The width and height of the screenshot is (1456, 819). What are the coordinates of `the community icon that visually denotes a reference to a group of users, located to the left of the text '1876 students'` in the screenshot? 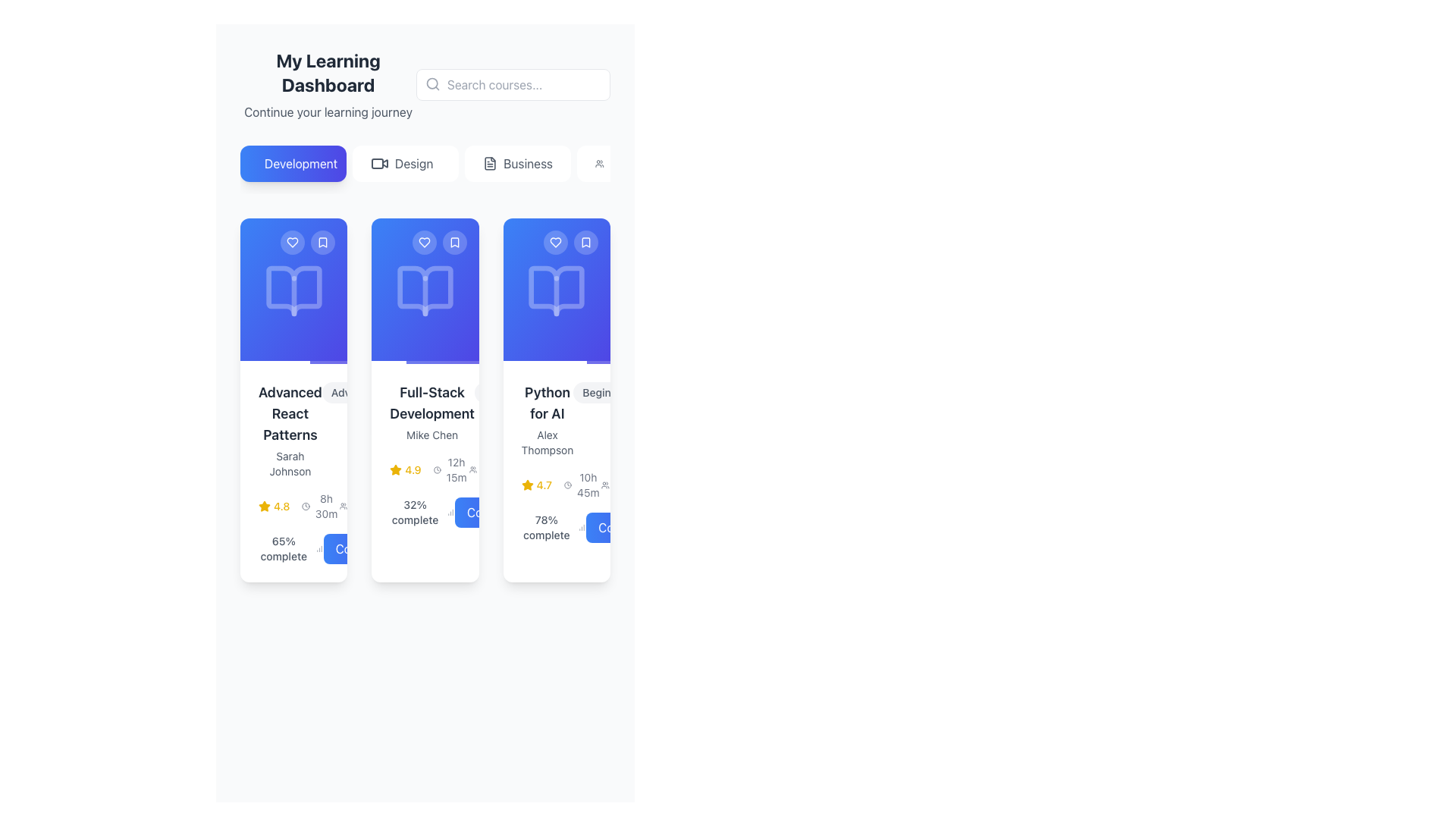 It's located at (604, 485).